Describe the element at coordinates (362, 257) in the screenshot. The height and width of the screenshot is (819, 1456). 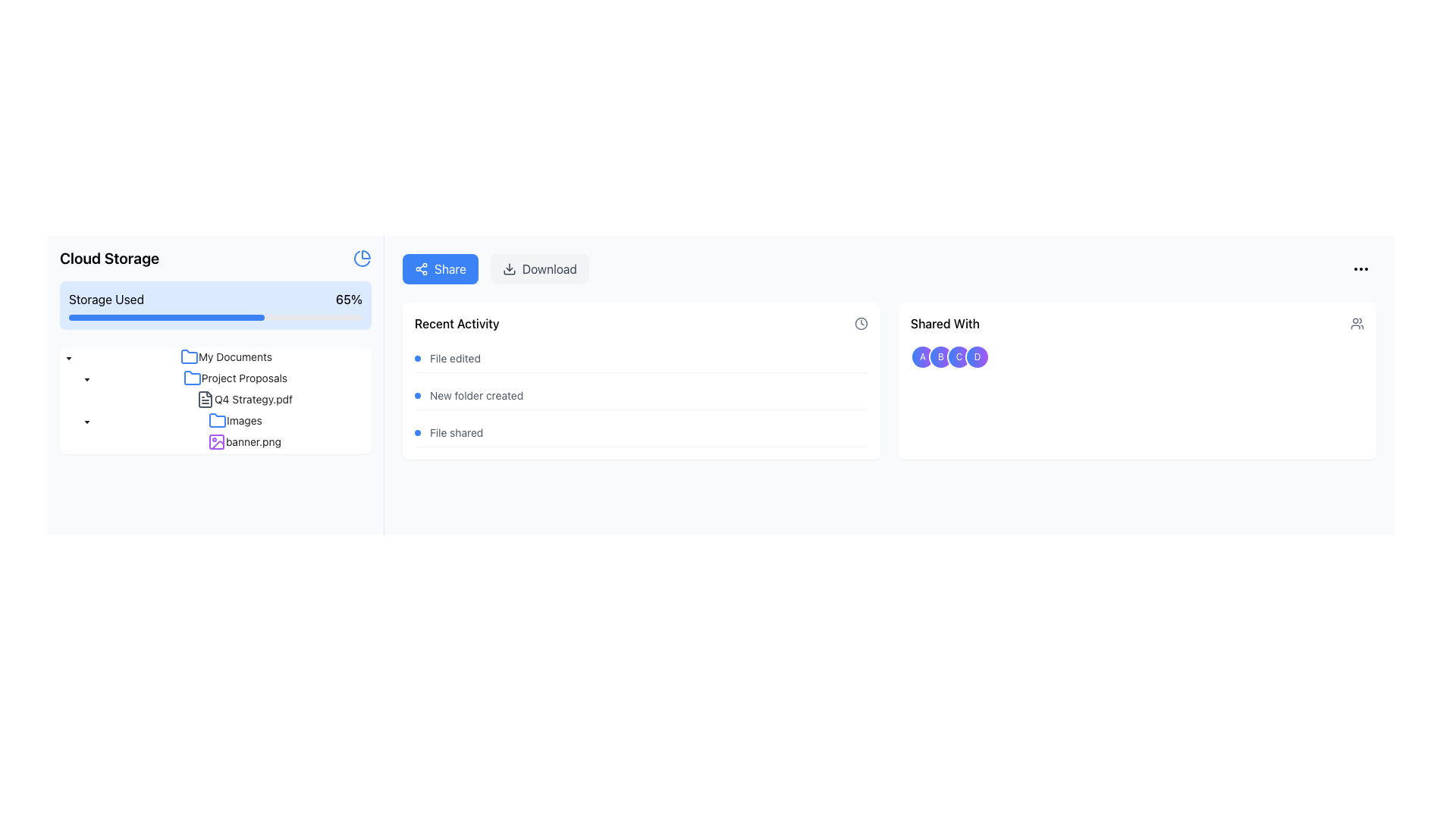
I see `the blue pie chart icon with rounded edges located to the right of the 'Cloud Storage' header` at that location.